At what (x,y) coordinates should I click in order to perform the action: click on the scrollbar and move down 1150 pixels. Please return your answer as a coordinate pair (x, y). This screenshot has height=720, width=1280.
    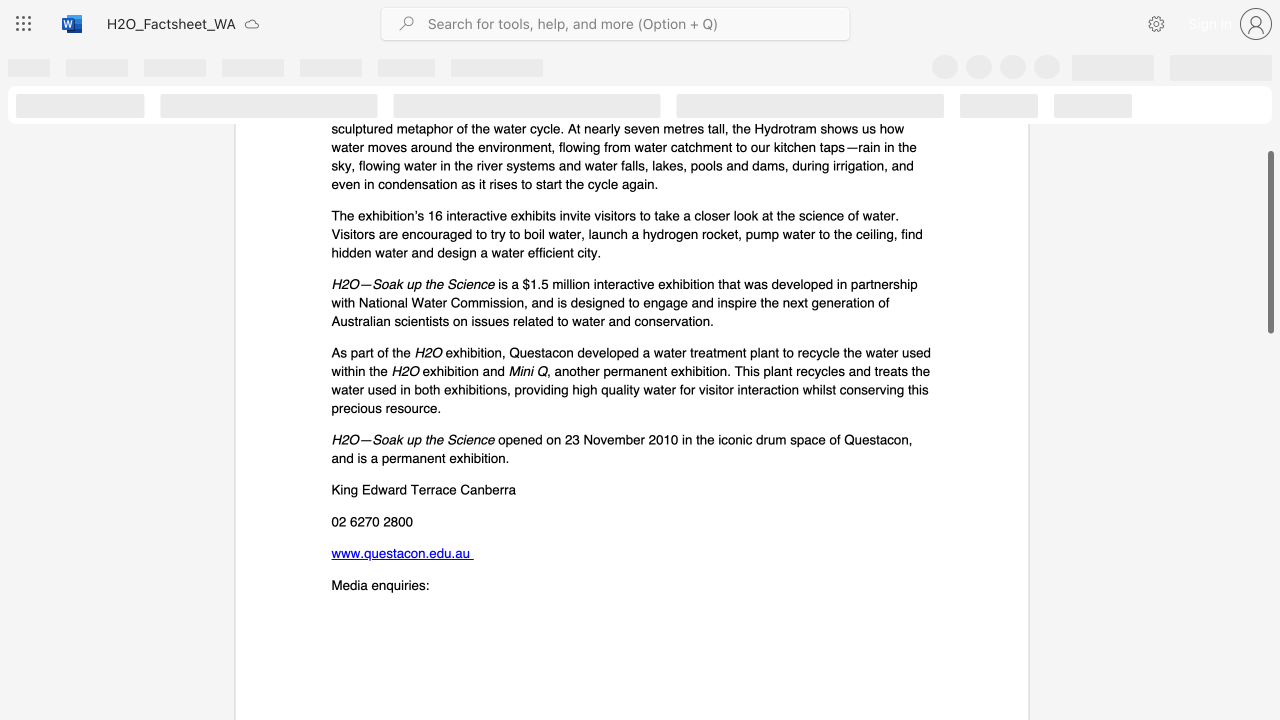
    Looking at the image, I should click on (1269, 241).